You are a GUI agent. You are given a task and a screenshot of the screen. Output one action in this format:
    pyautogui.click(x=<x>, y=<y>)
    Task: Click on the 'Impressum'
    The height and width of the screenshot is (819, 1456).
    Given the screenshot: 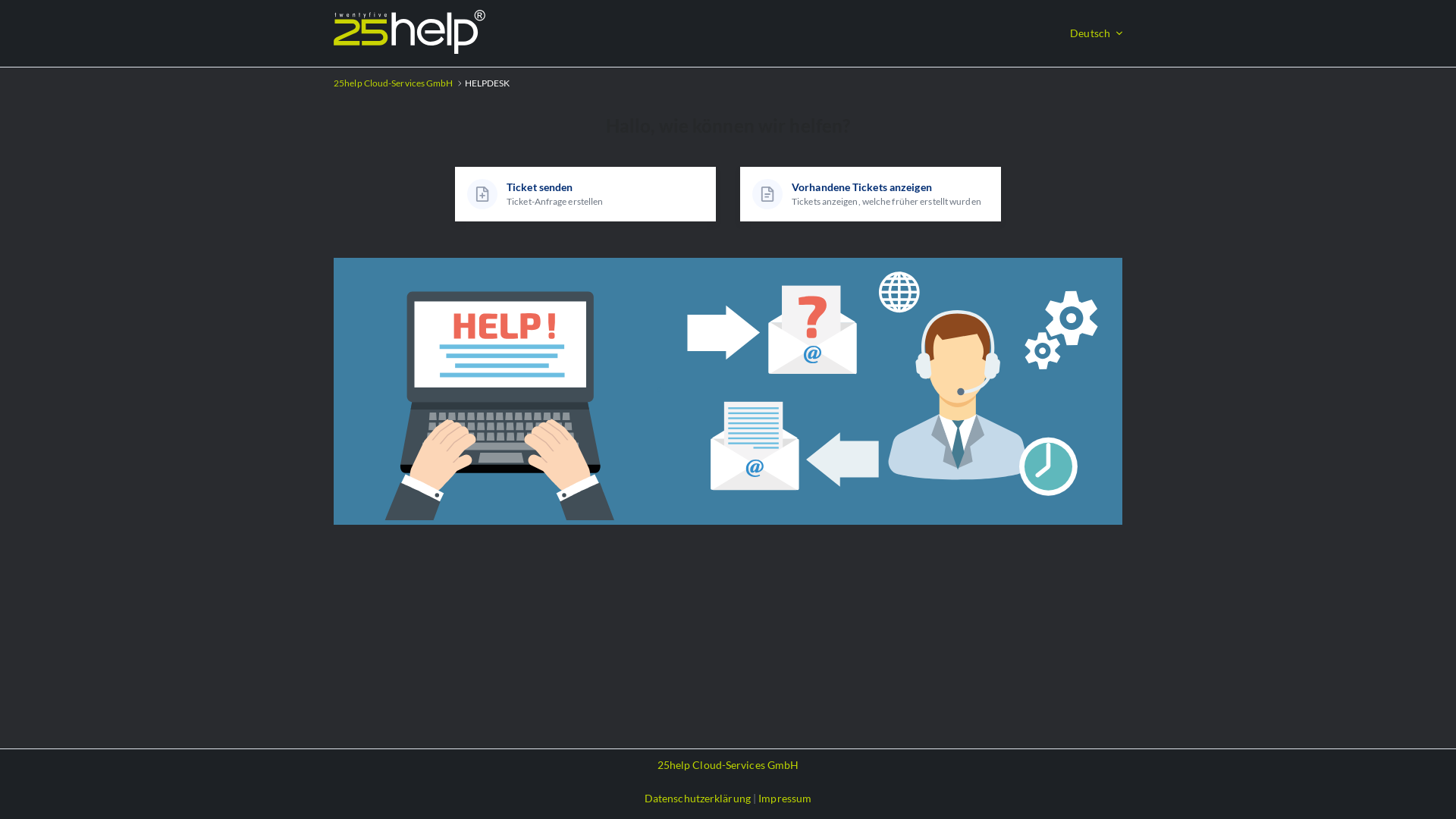 What is the action you would take?
    pyautogui.click(x=785, y=797)
    